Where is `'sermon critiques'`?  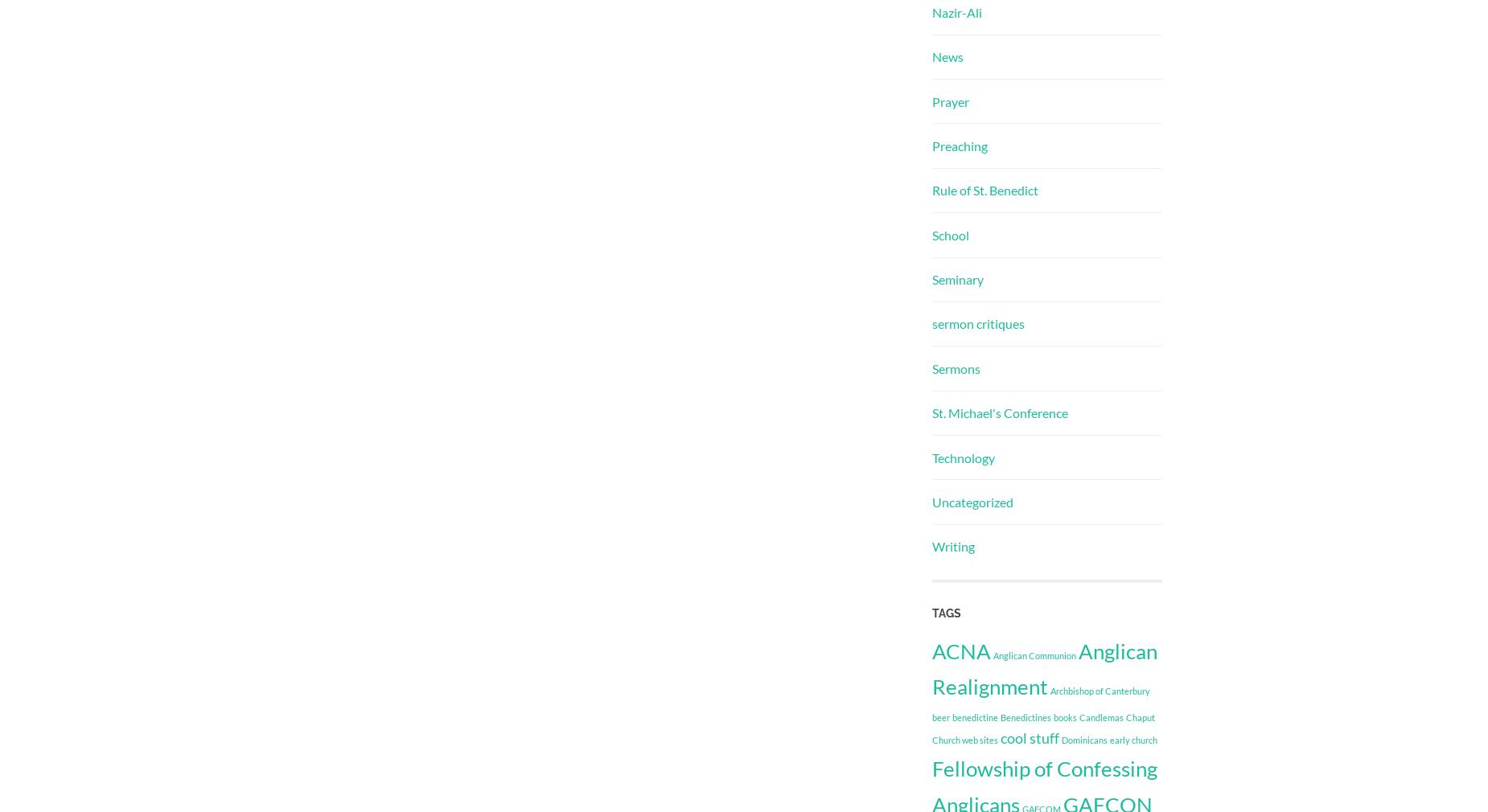 'sermon critiques' is located at coordinates (977, 323).